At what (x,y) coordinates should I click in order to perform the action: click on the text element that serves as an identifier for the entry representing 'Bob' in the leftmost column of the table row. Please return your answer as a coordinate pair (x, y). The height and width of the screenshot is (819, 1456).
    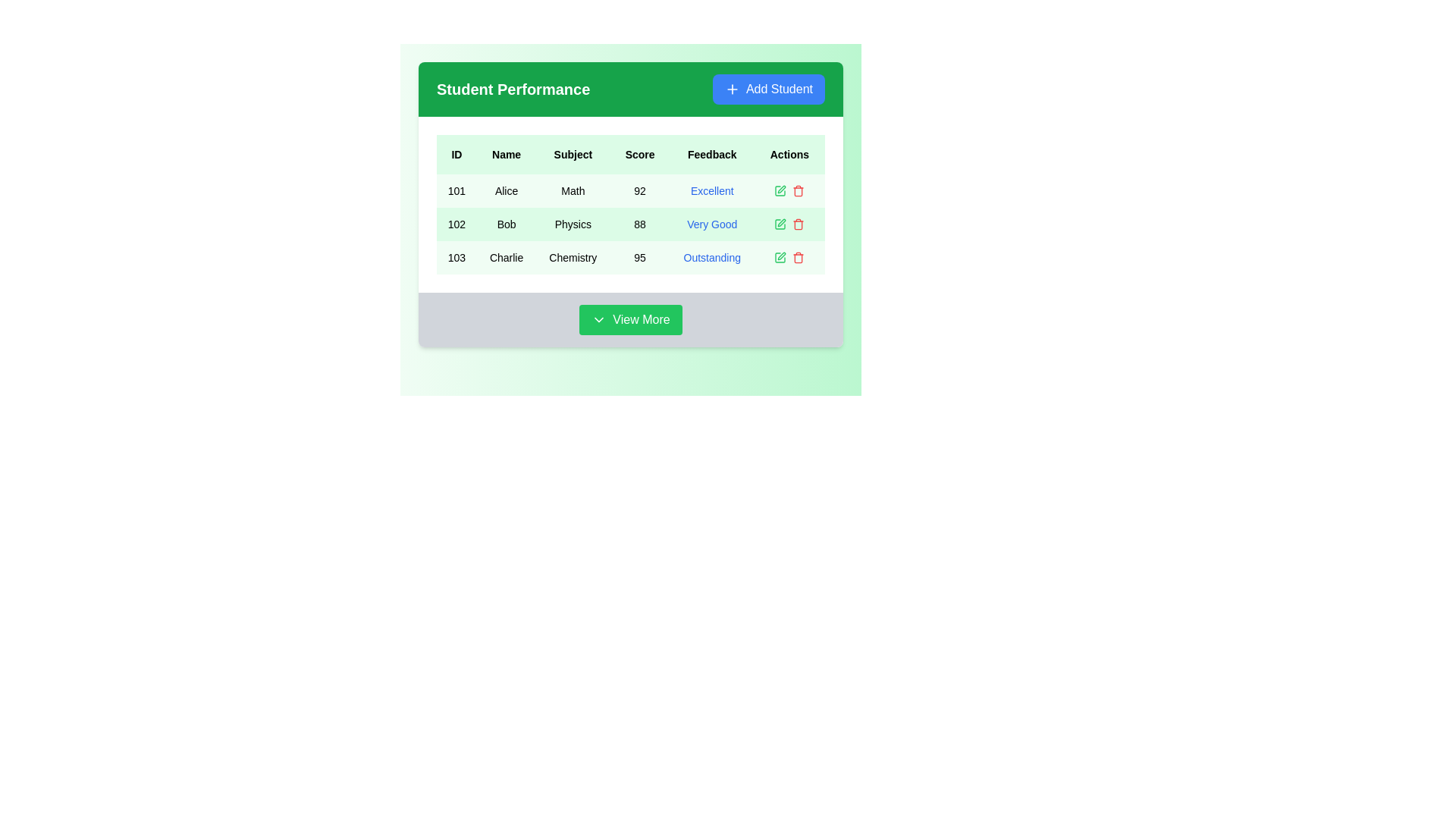
    Looking at the image, I should click on (456, 224).